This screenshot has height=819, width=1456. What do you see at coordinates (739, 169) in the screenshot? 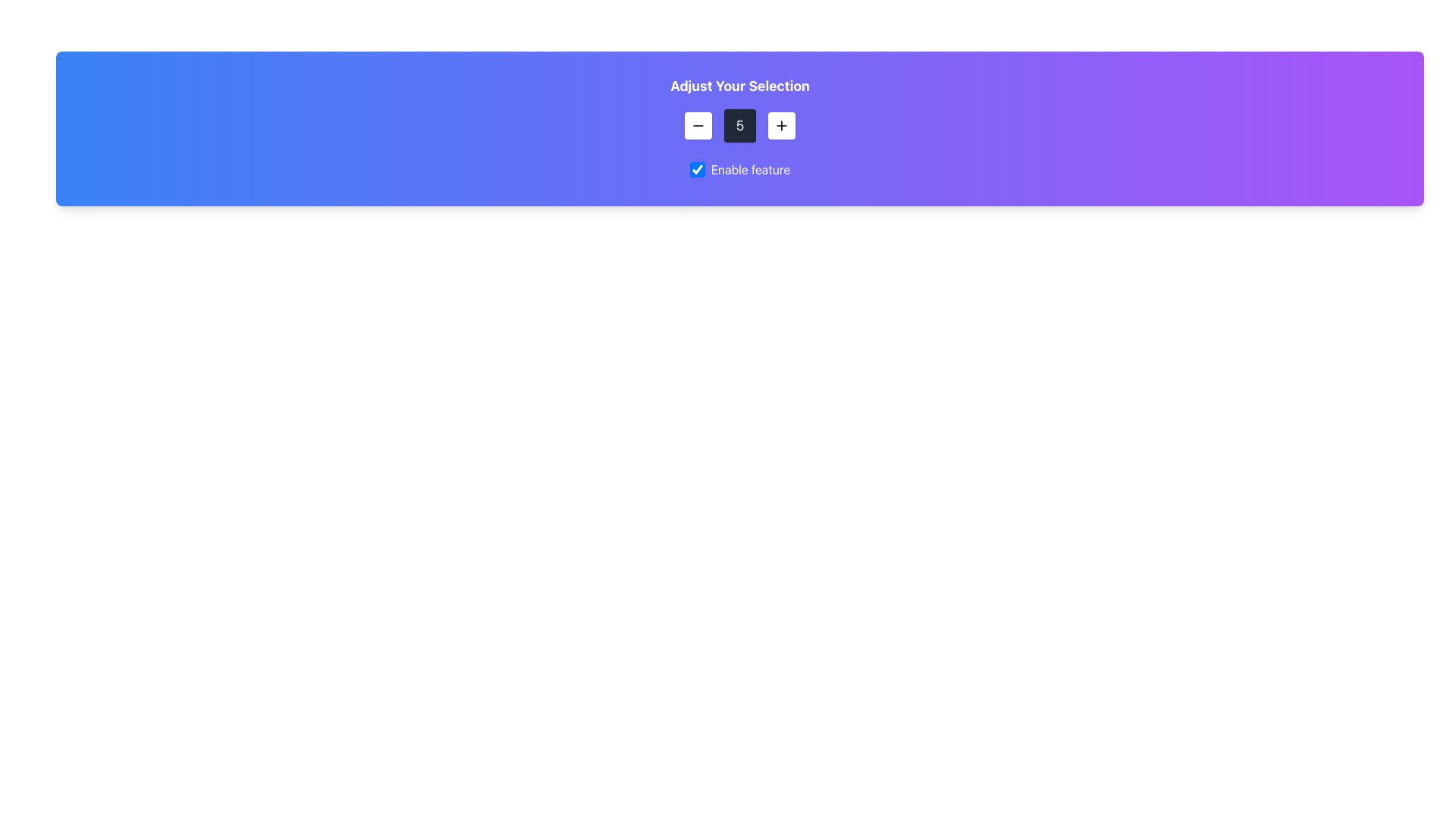
I see `the text label 'Enable feature' associated with the blue checkbox` at bounding box center [739, 169].